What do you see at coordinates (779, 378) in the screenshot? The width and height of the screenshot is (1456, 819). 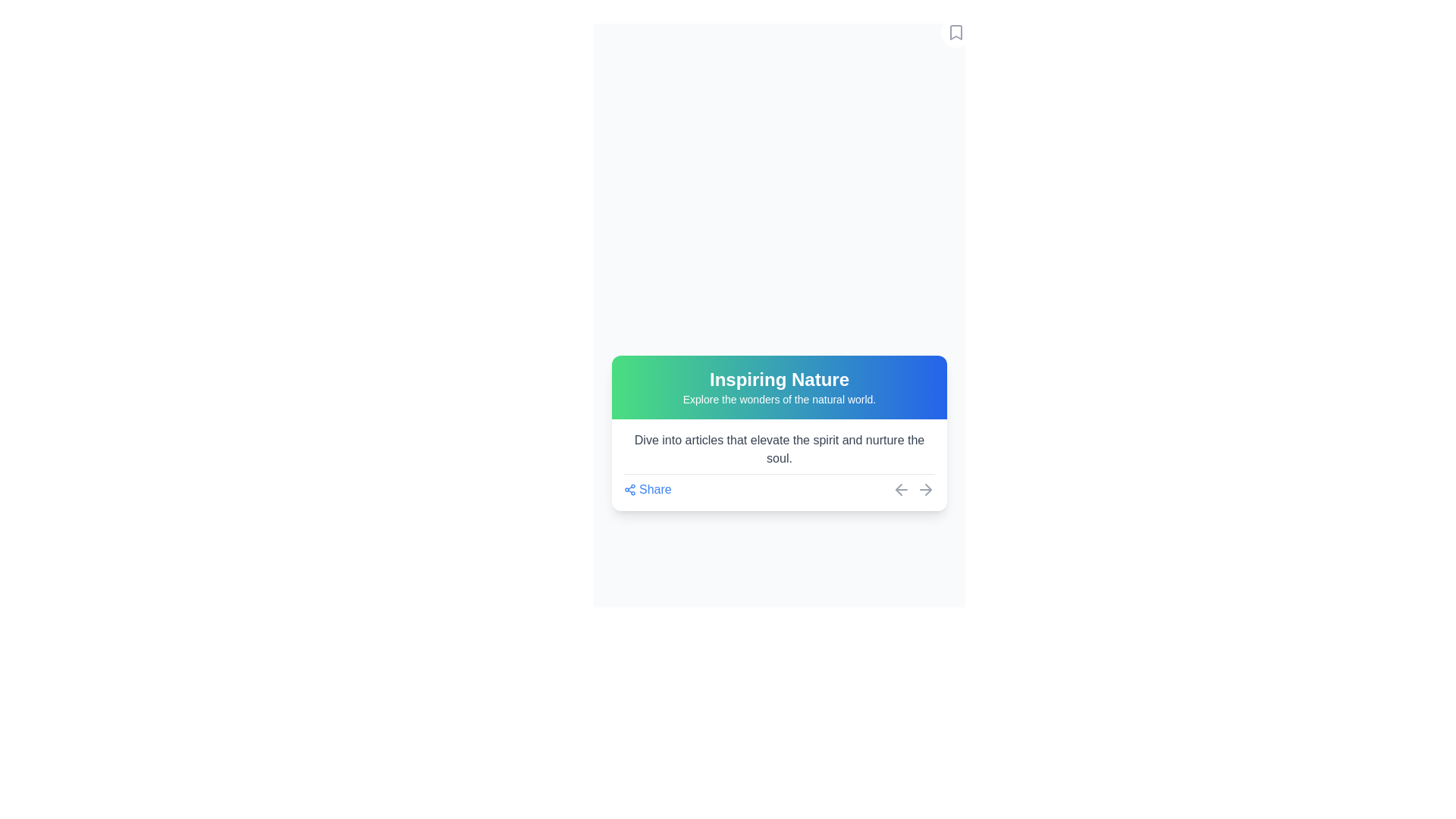 I see `the bold text header reading 'Inspiring Nature' which is styled with a larger font size and bright white color, located at the top and centered inside a gradient-filled card transitioning from green to blue` at bounding box center [779, 378].